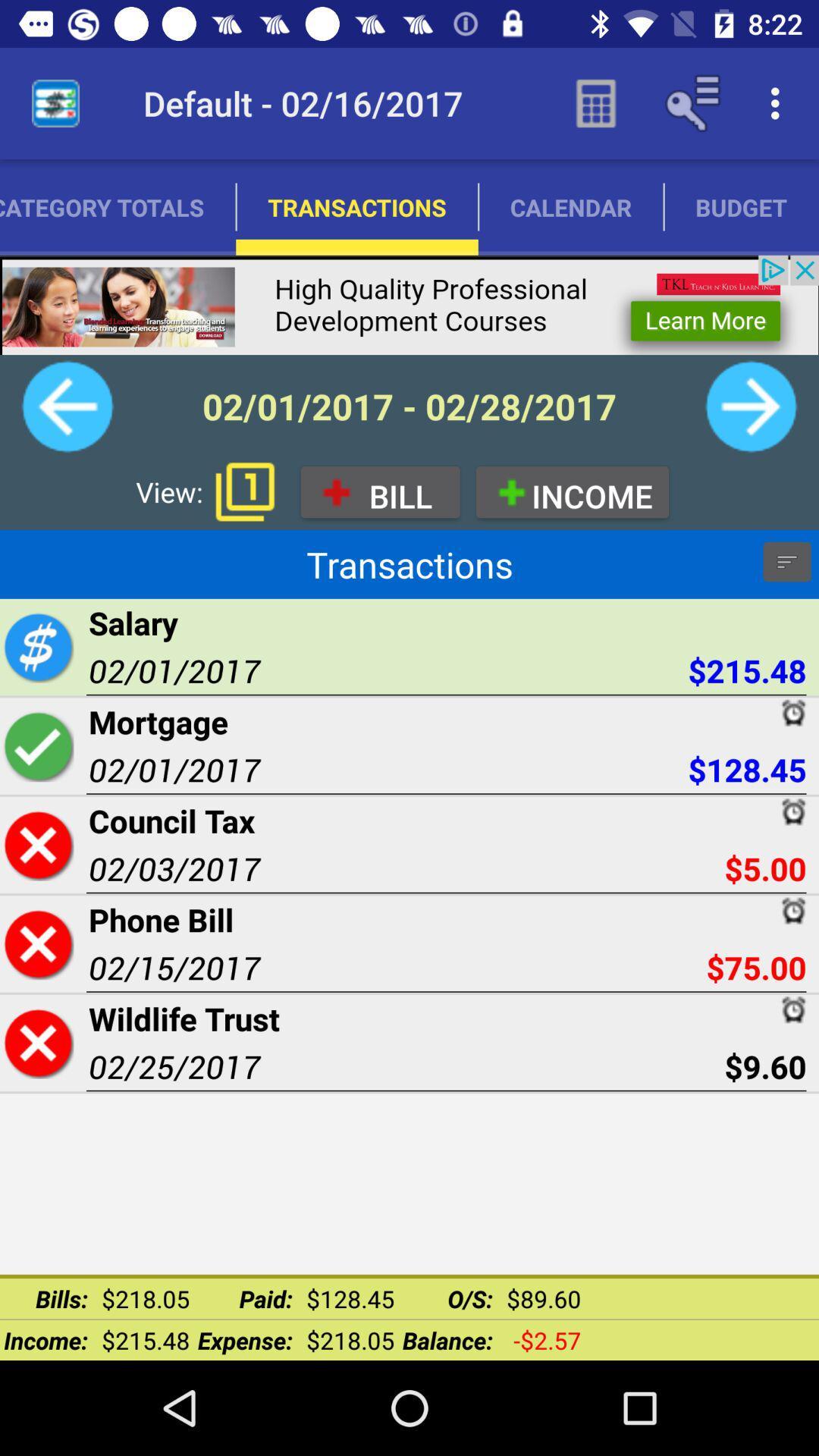 The height and width of the screenshot is (1456, 819). What do you see at coordinates (409, 304) in the screenshot?
I see `advertisement` at bounding box center [409, 304].